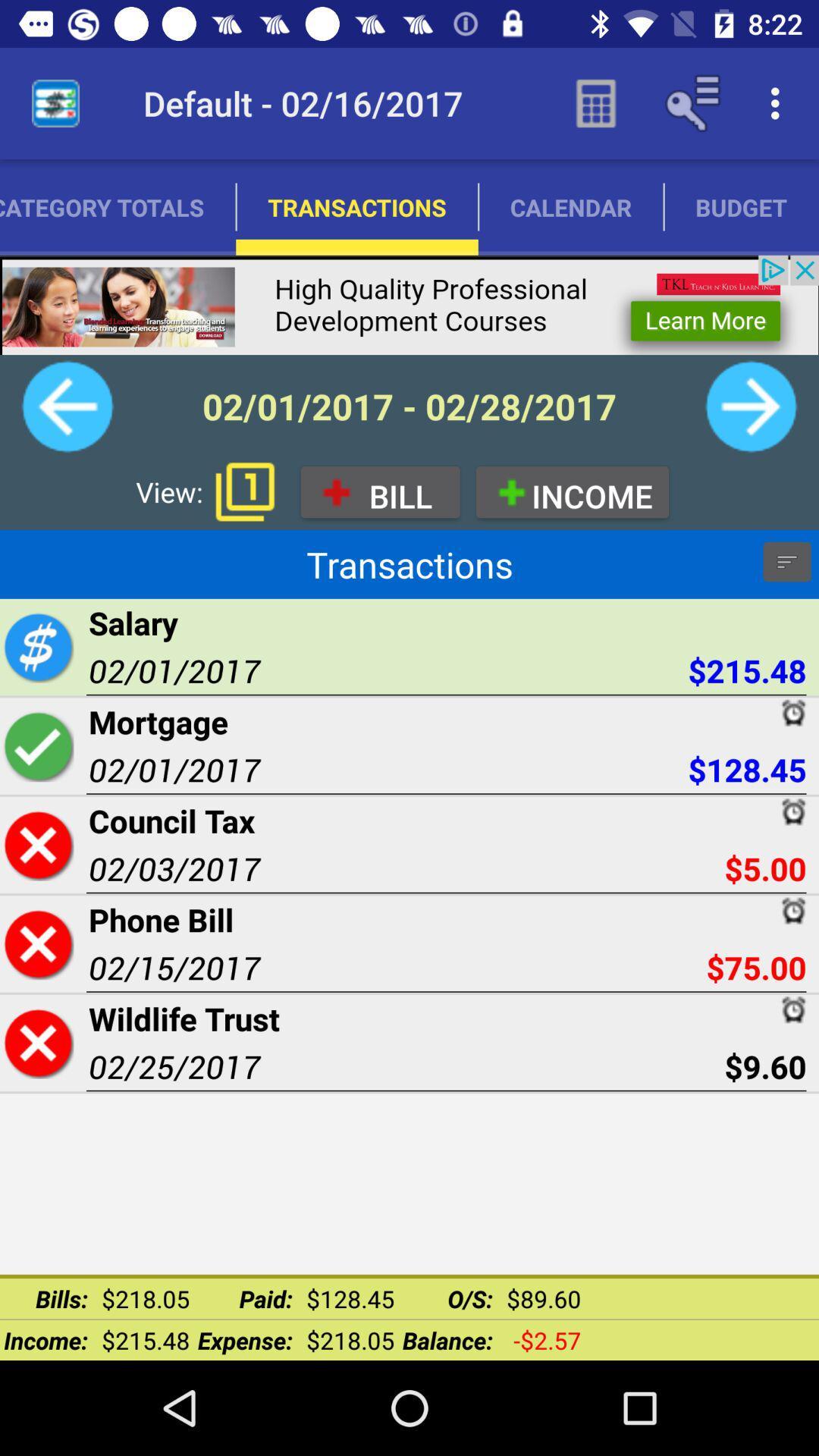 The height and width of the screenshot is (1456, 819). What do you see at coordinates (409, 304) in the screenshot?
I see `advertisement` at bounding box center [409, 304].